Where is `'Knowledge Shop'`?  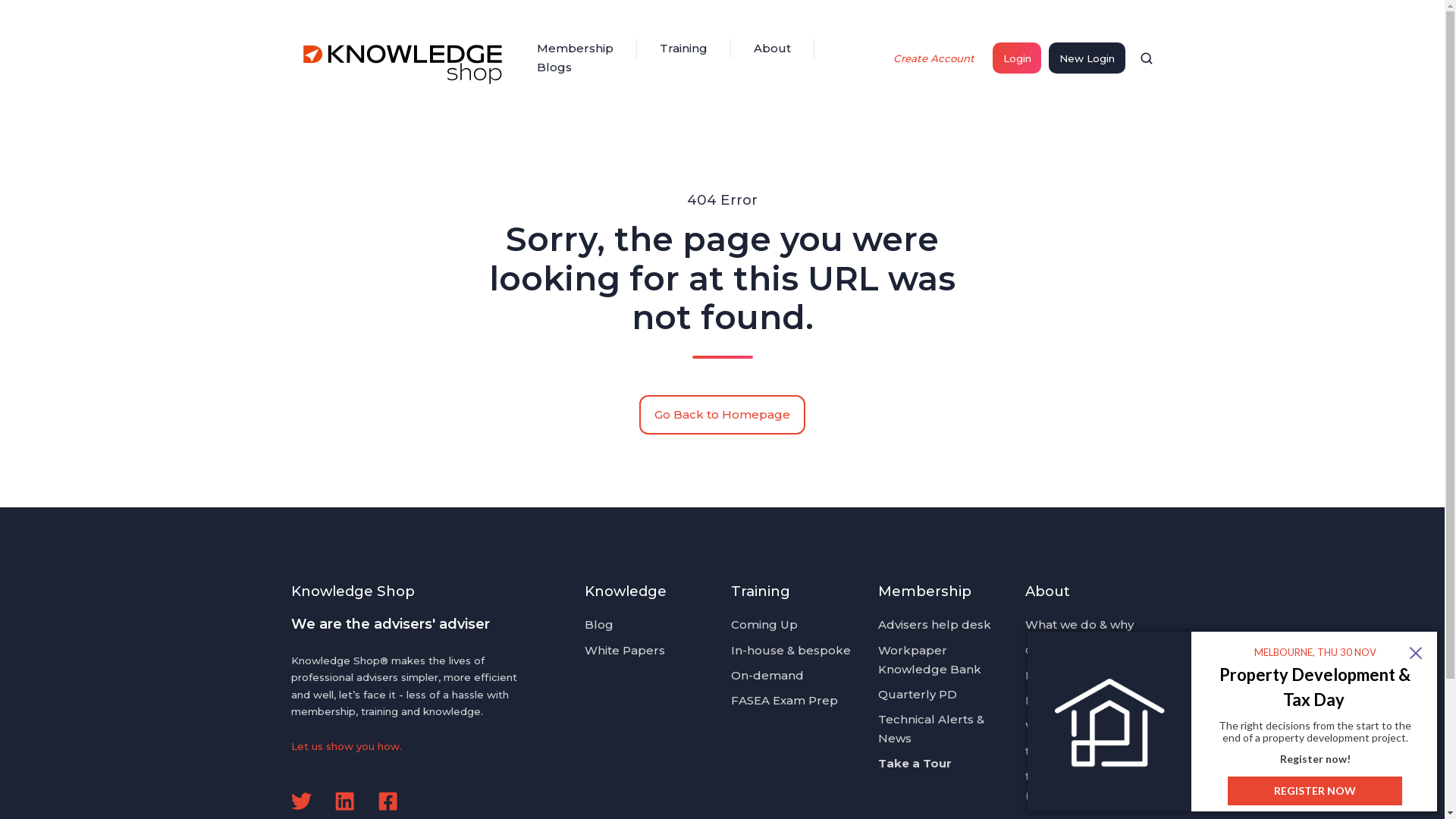
'Knowledge Shop' is located at coordinates (404, 58).